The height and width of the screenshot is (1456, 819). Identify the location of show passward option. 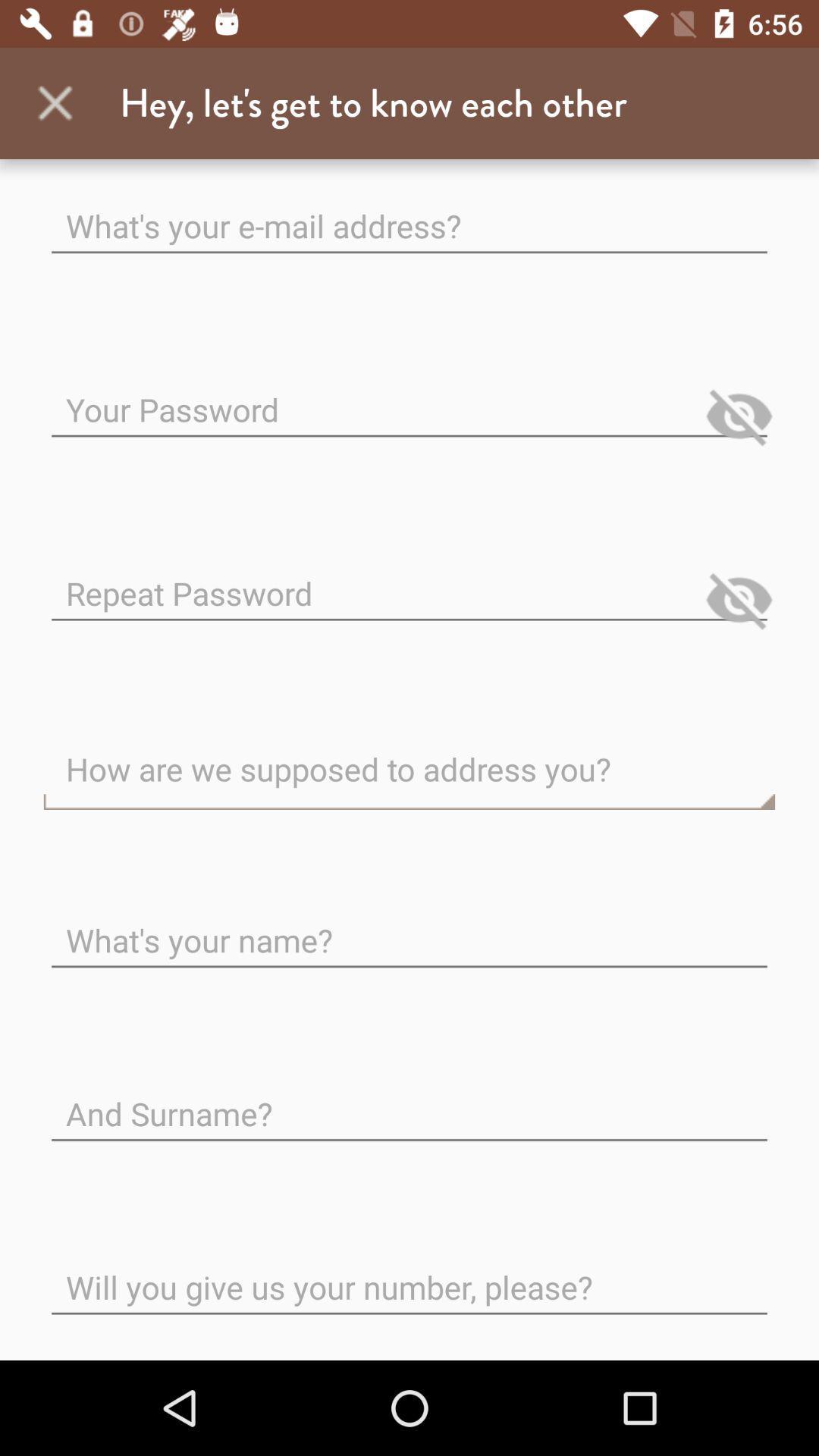
(739, 416).